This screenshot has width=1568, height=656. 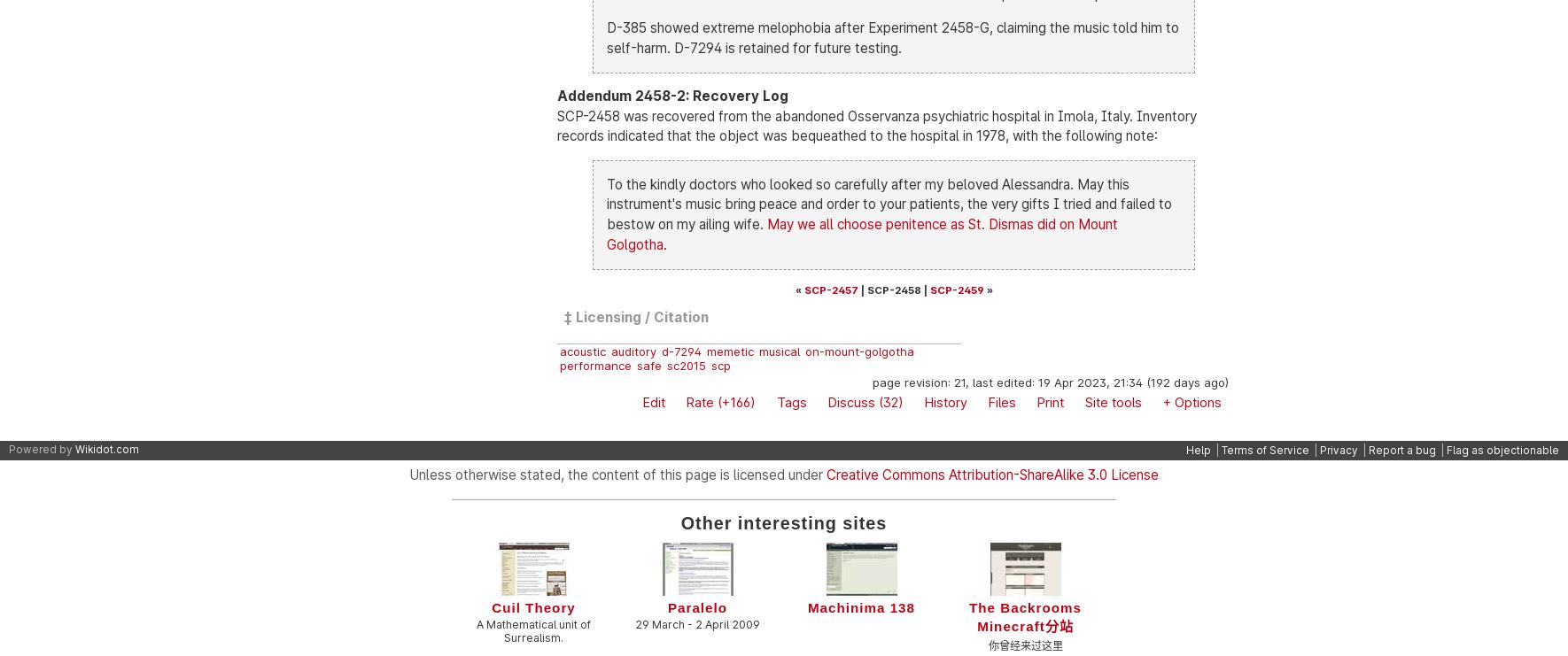 I want to click on 'History', so click(x=924, y=401).